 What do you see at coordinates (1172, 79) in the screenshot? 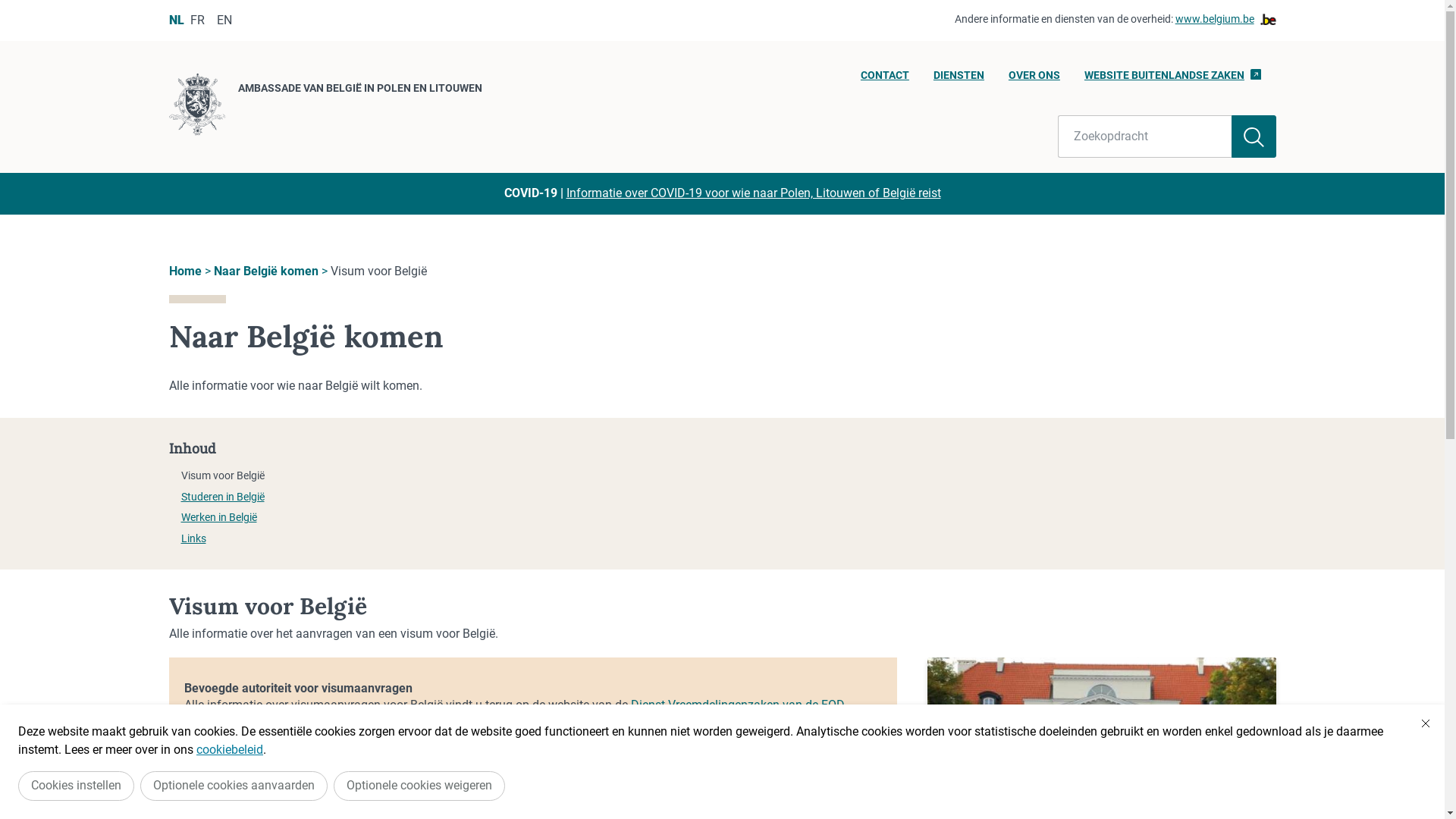
I see `'WEBSITE BUITENLANDSE ZAKEN'` at bounding box center [1172, 79].